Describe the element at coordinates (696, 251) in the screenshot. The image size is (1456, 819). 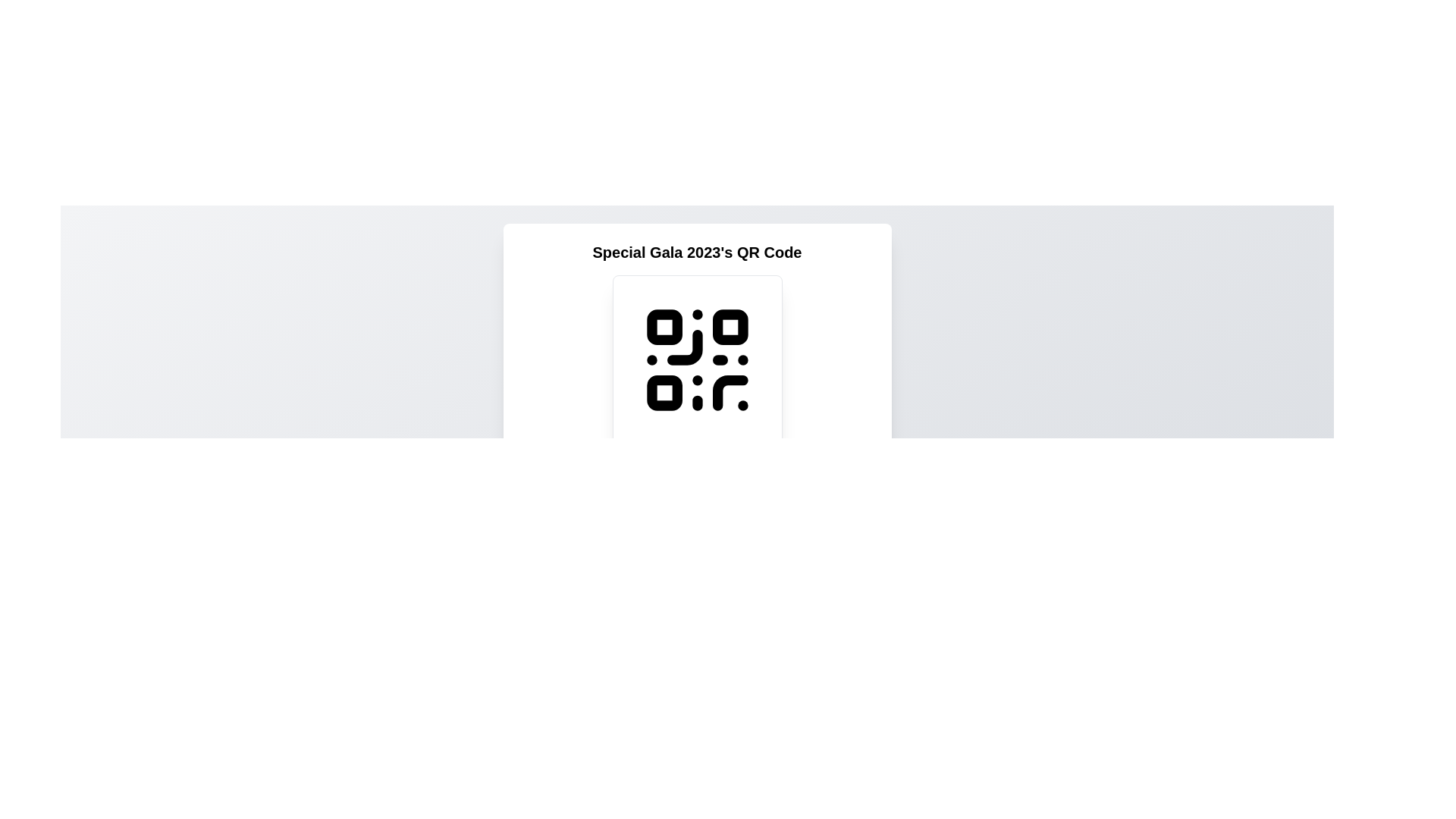
I see `text from the Header that describes the QR code for 'Special Gala 2023', which is positioned at the top of the card-like white box` at that location.